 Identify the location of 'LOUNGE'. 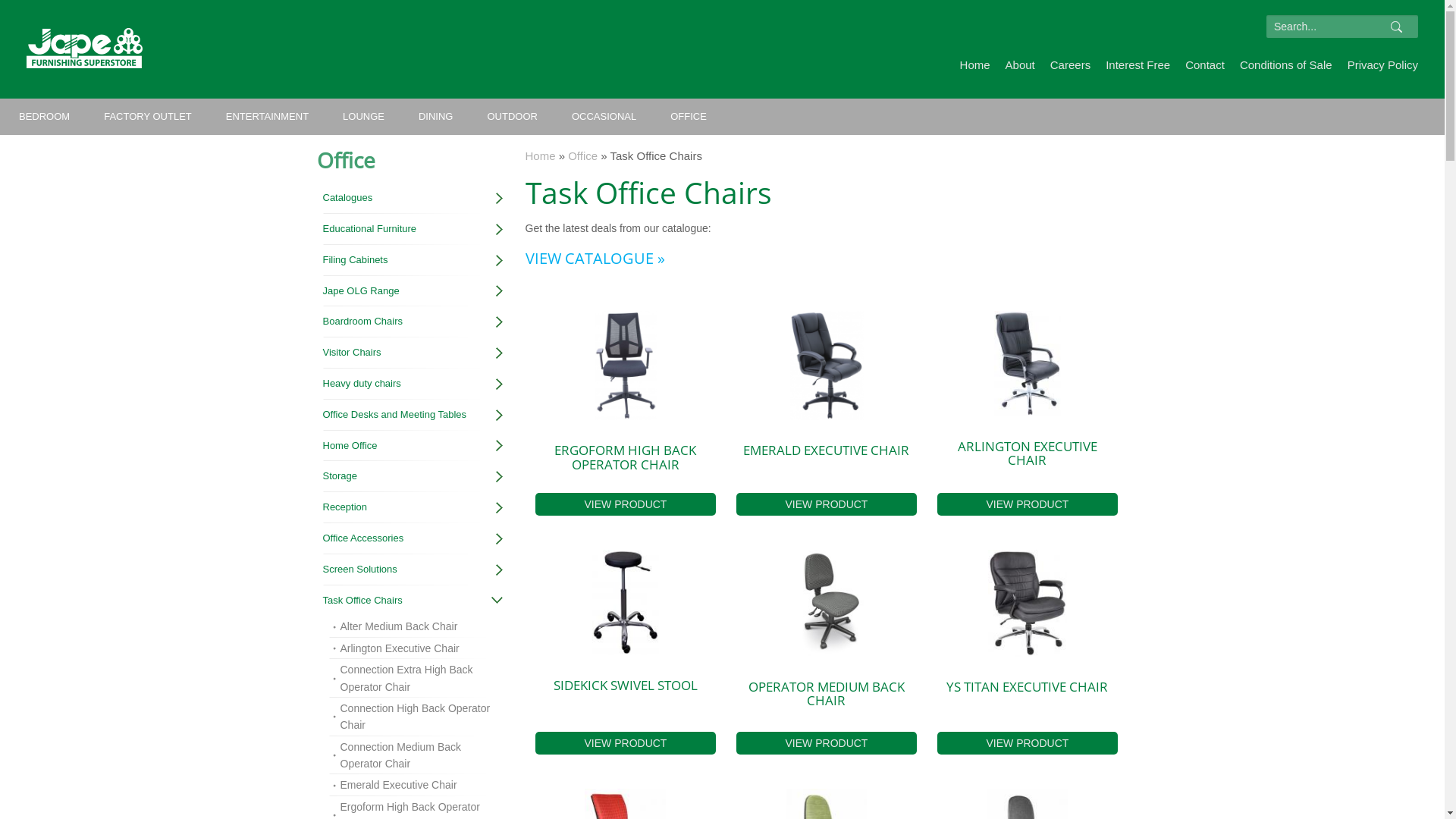
(362, 115).